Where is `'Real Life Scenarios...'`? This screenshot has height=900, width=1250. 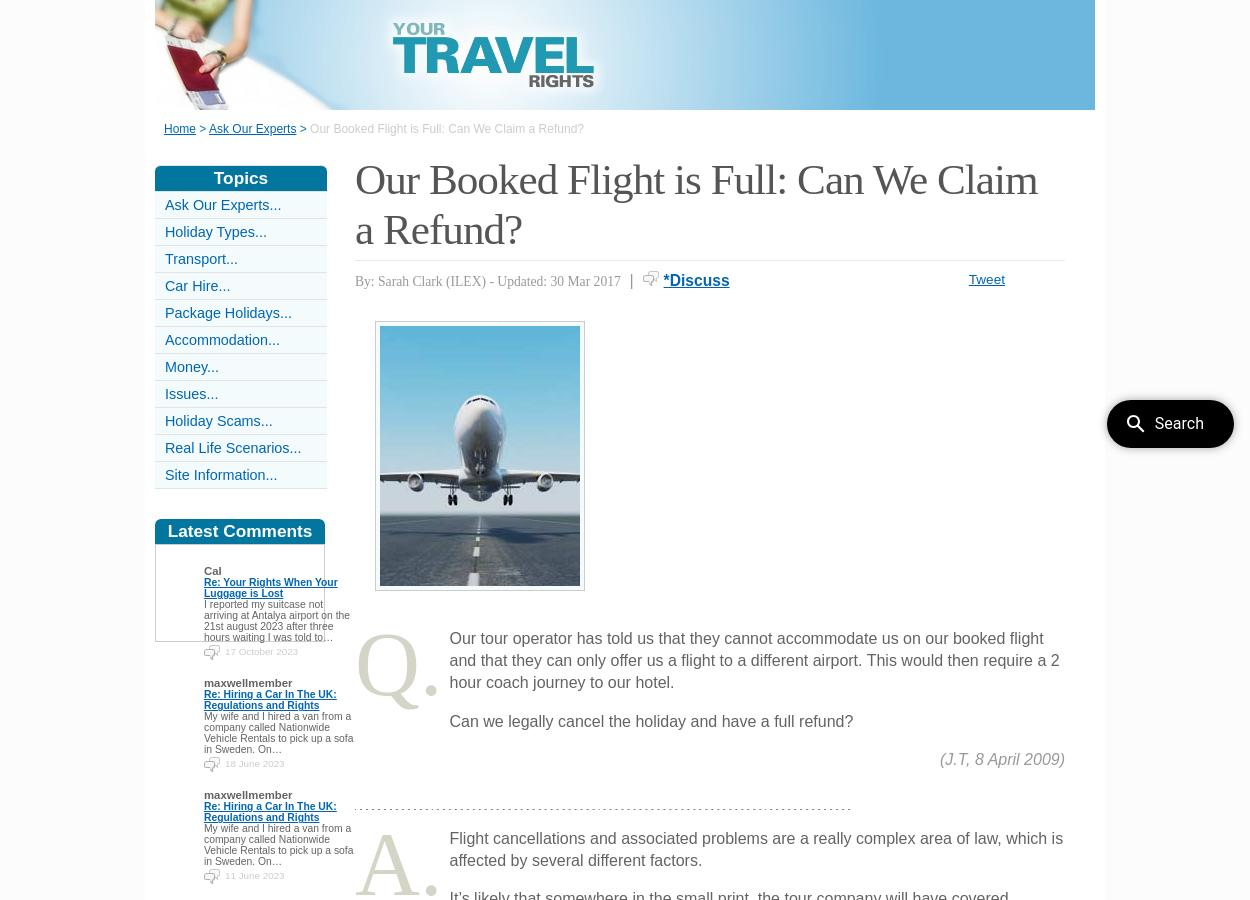 'Real Life Scenarios...' is located at coordinates (232, 448).